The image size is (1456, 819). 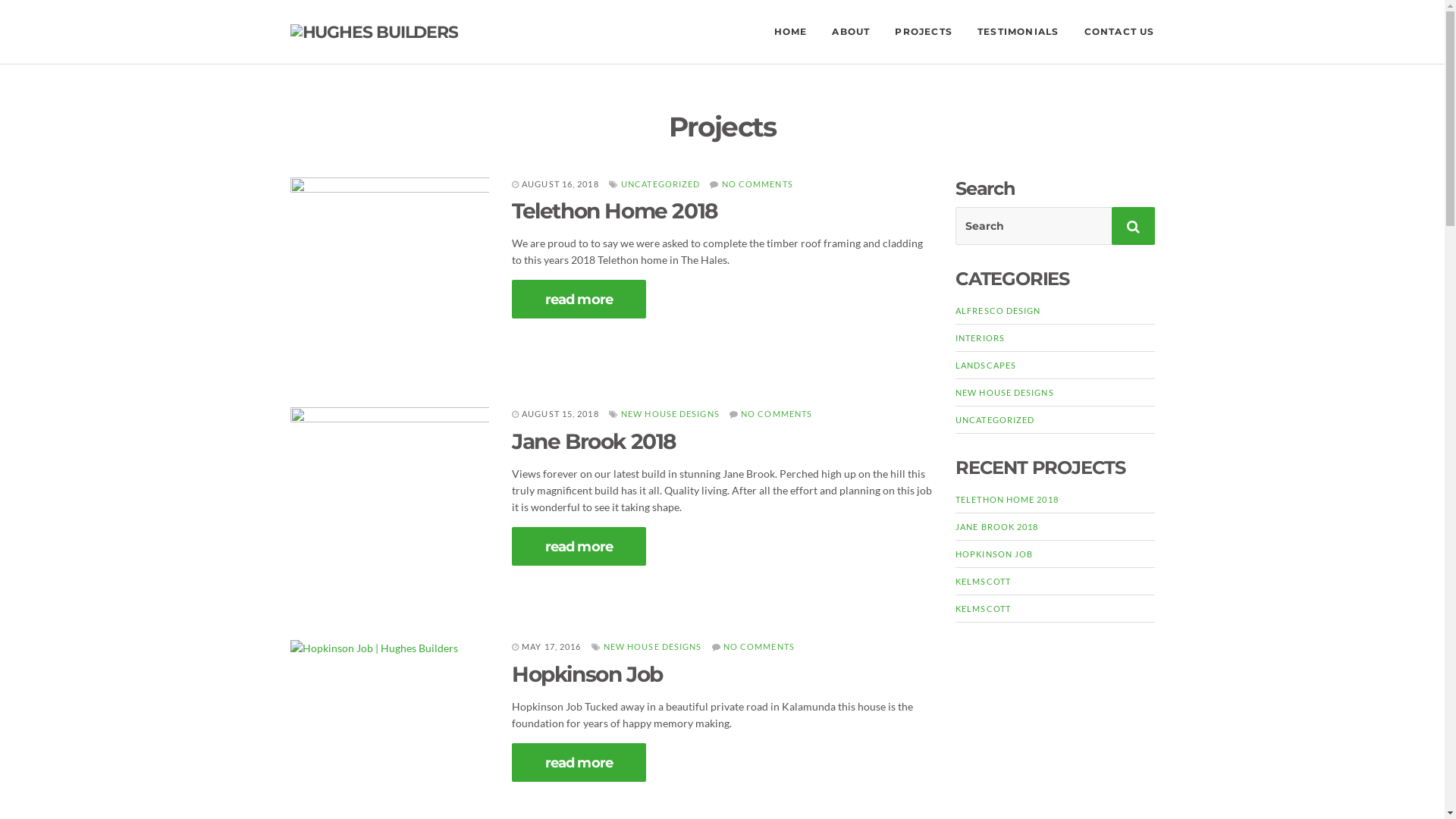 What do you see at coordinates (851, 33) in the screenshot?
I see `'ABOUT'` at bounding box center [851, 33].